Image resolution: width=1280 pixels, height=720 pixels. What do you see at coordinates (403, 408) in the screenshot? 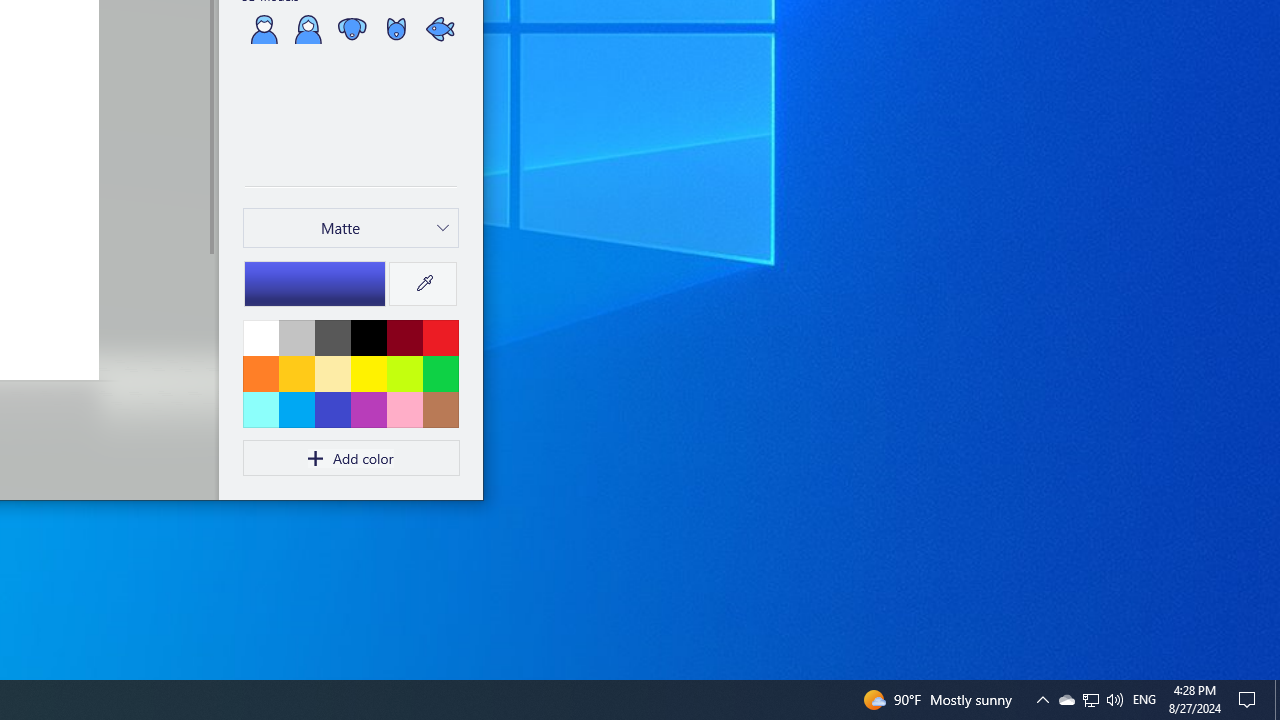
I see `'Rose'` at bounding box center [403, 408].